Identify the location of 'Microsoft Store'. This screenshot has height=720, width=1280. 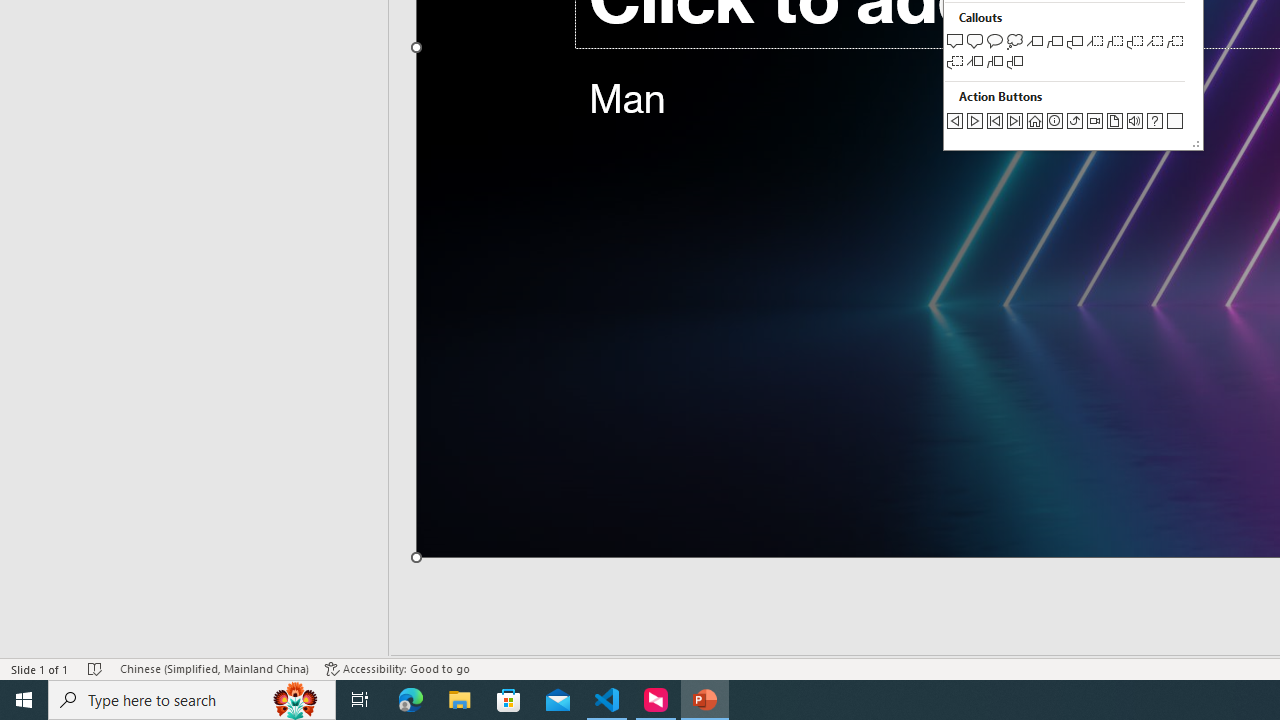
(509, 698).